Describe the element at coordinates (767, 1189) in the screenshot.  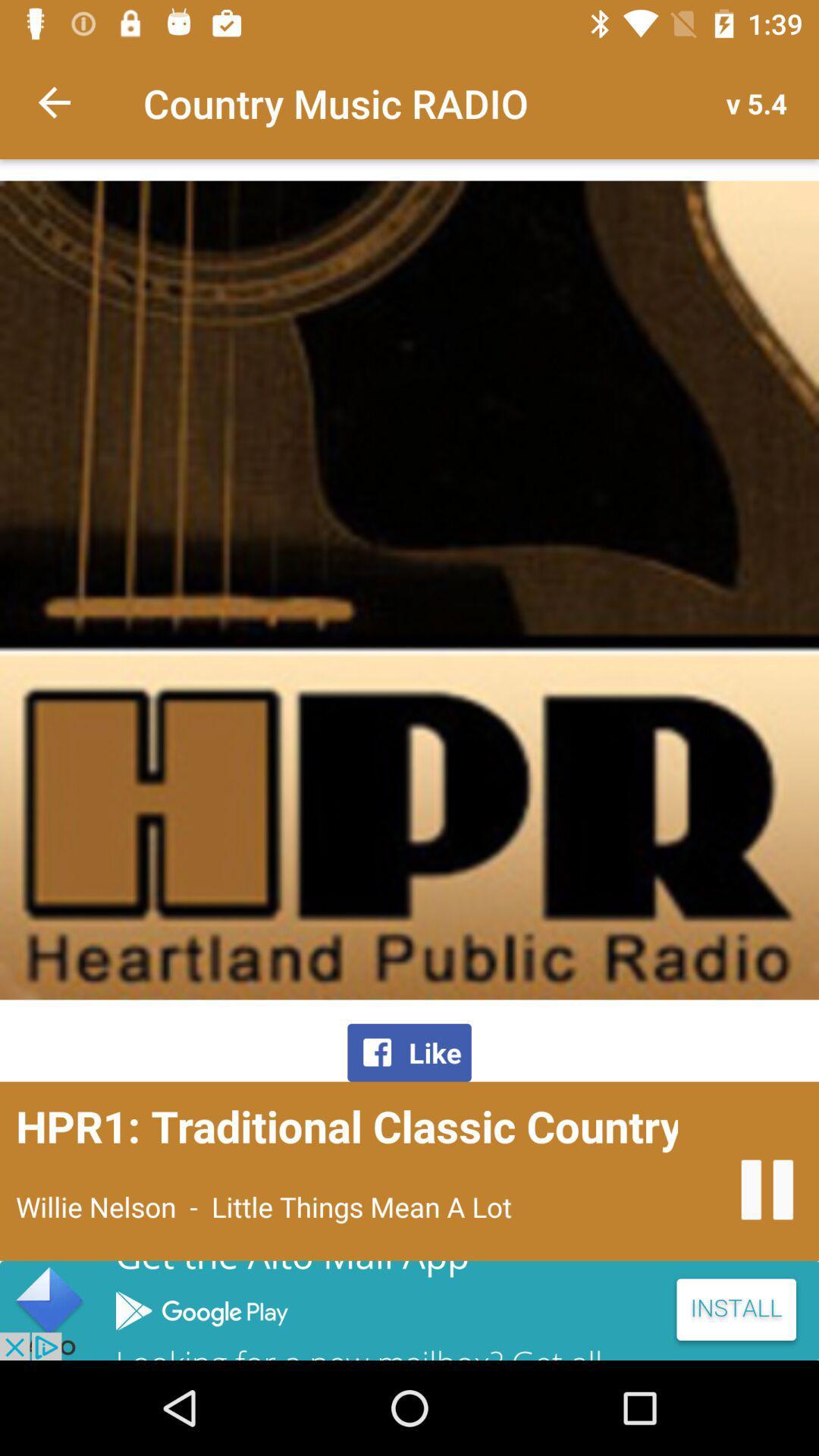
I see `the pause icon` at that location.